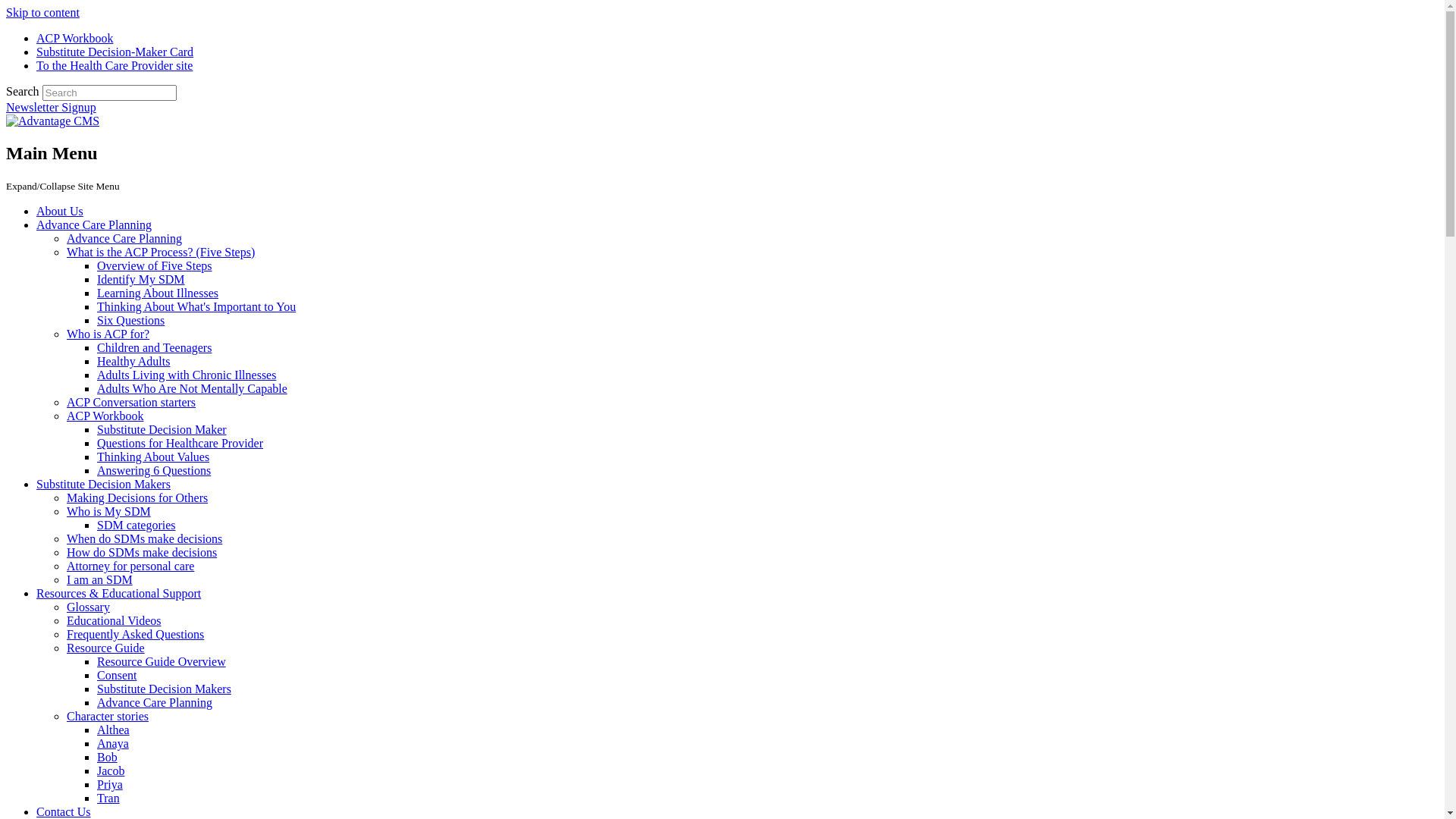  Describe the element at coordinates (109, 770) in the screenshot. I see `'Jacob'` at that location.